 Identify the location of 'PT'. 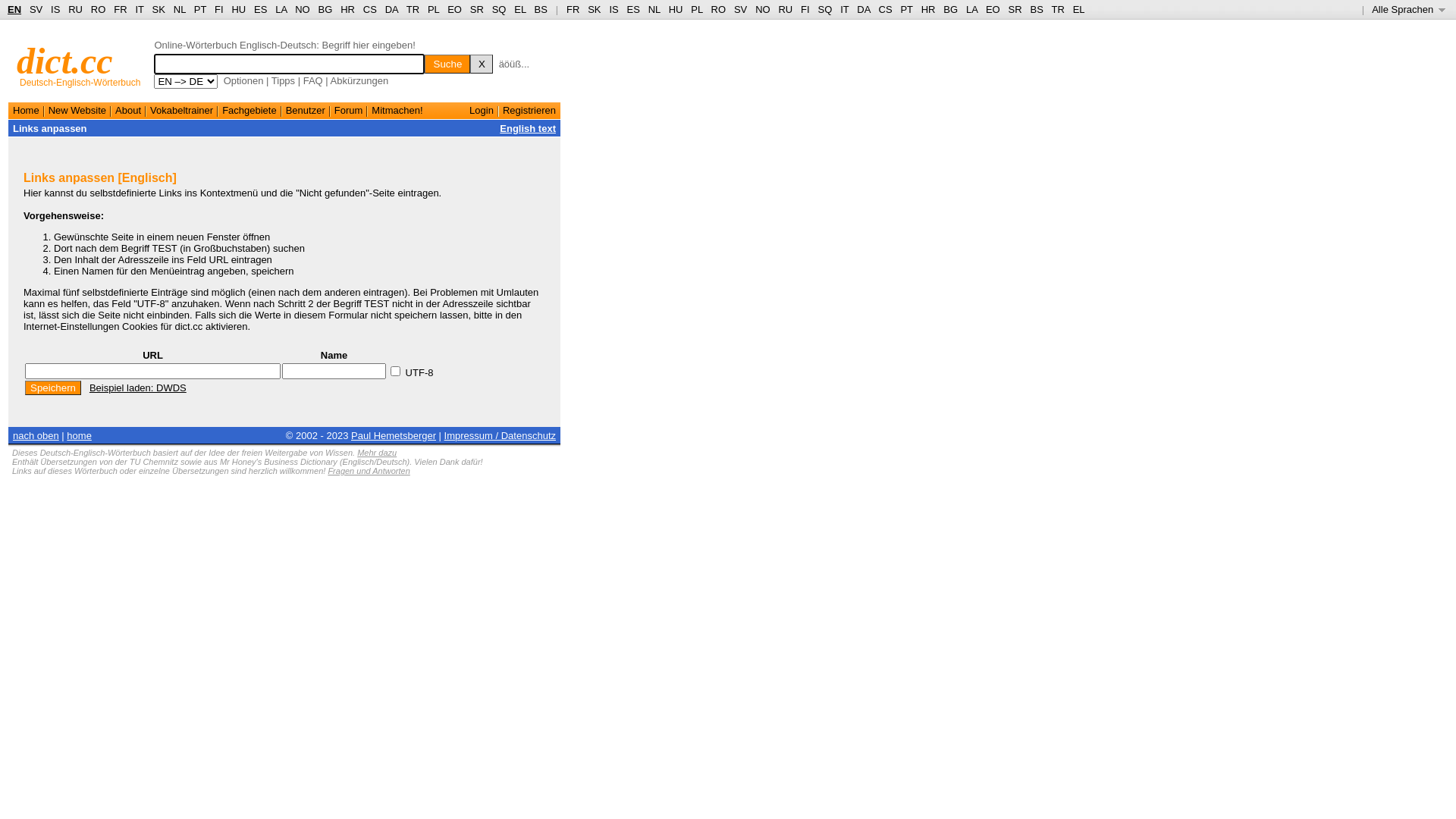
(193, 9).